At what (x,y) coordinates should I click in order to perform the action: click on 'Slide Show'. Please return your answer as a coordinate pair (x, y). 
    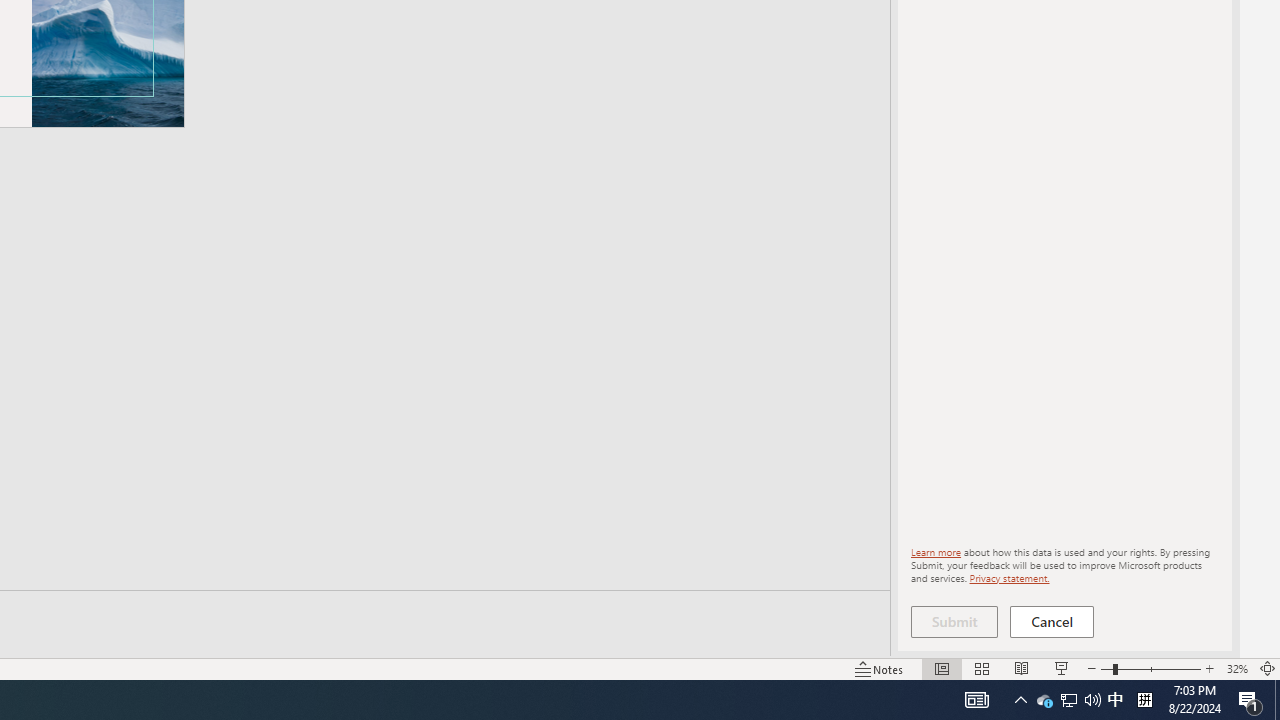
    Looking at the image, I should click on (1060, 669).